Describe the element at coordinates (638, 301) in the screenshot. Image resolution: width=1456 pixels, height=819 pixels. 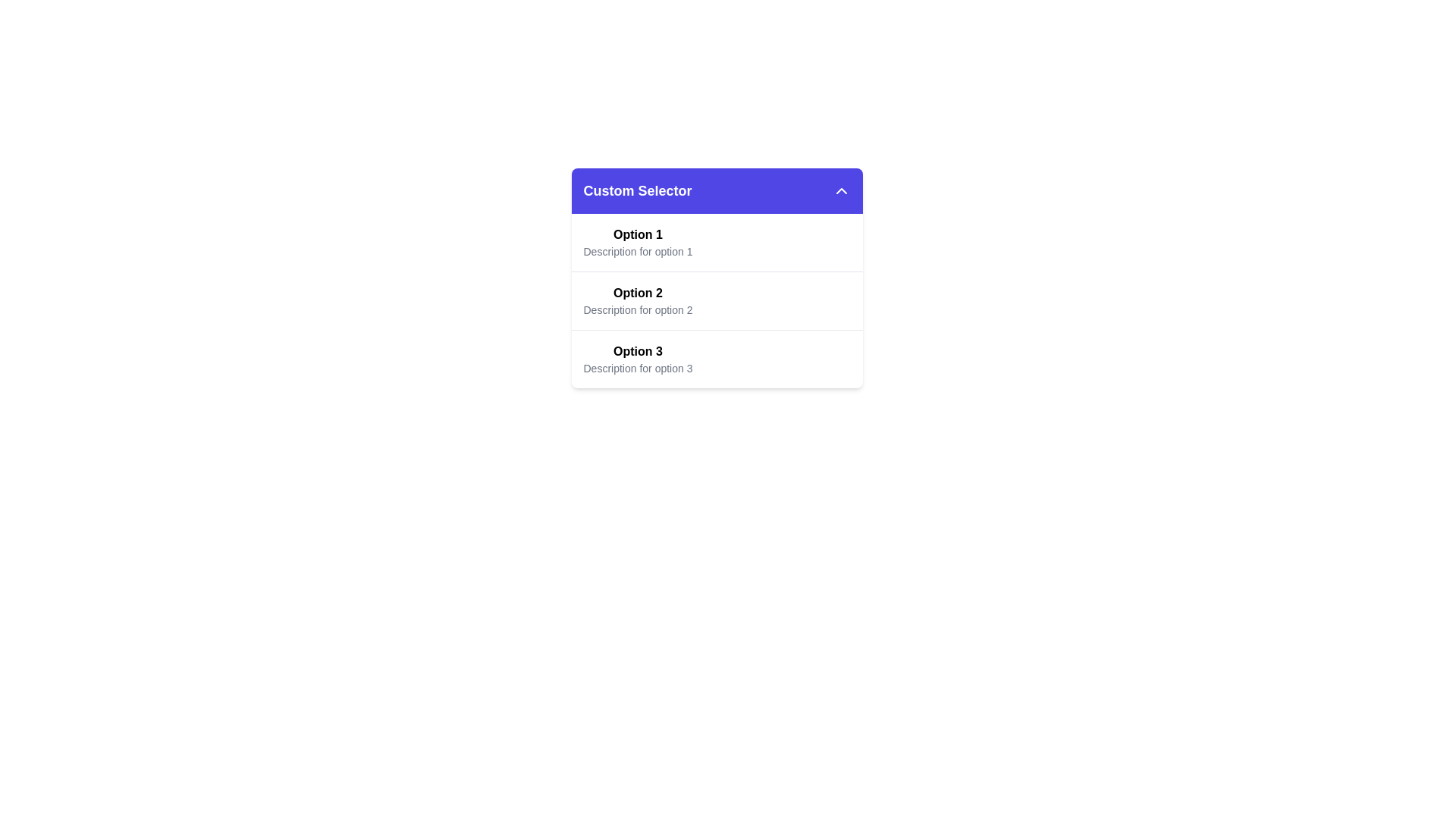
I see `the second entry in the 'Custom Selector' dropdown list, which is a Text block` at that location.